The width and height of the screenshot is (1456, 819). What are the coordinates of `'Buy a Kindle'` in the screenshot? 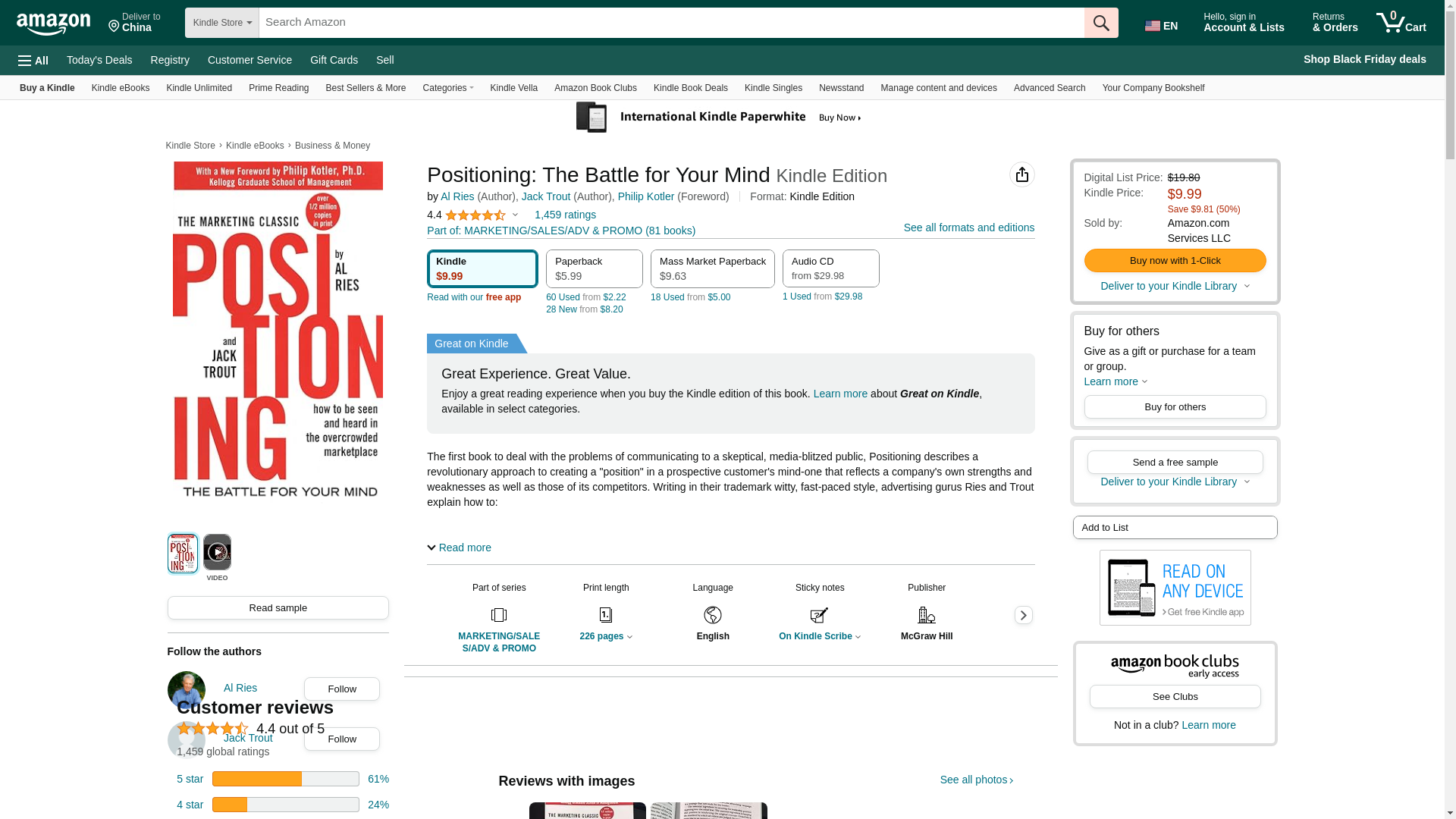 It's located at (47, 87).